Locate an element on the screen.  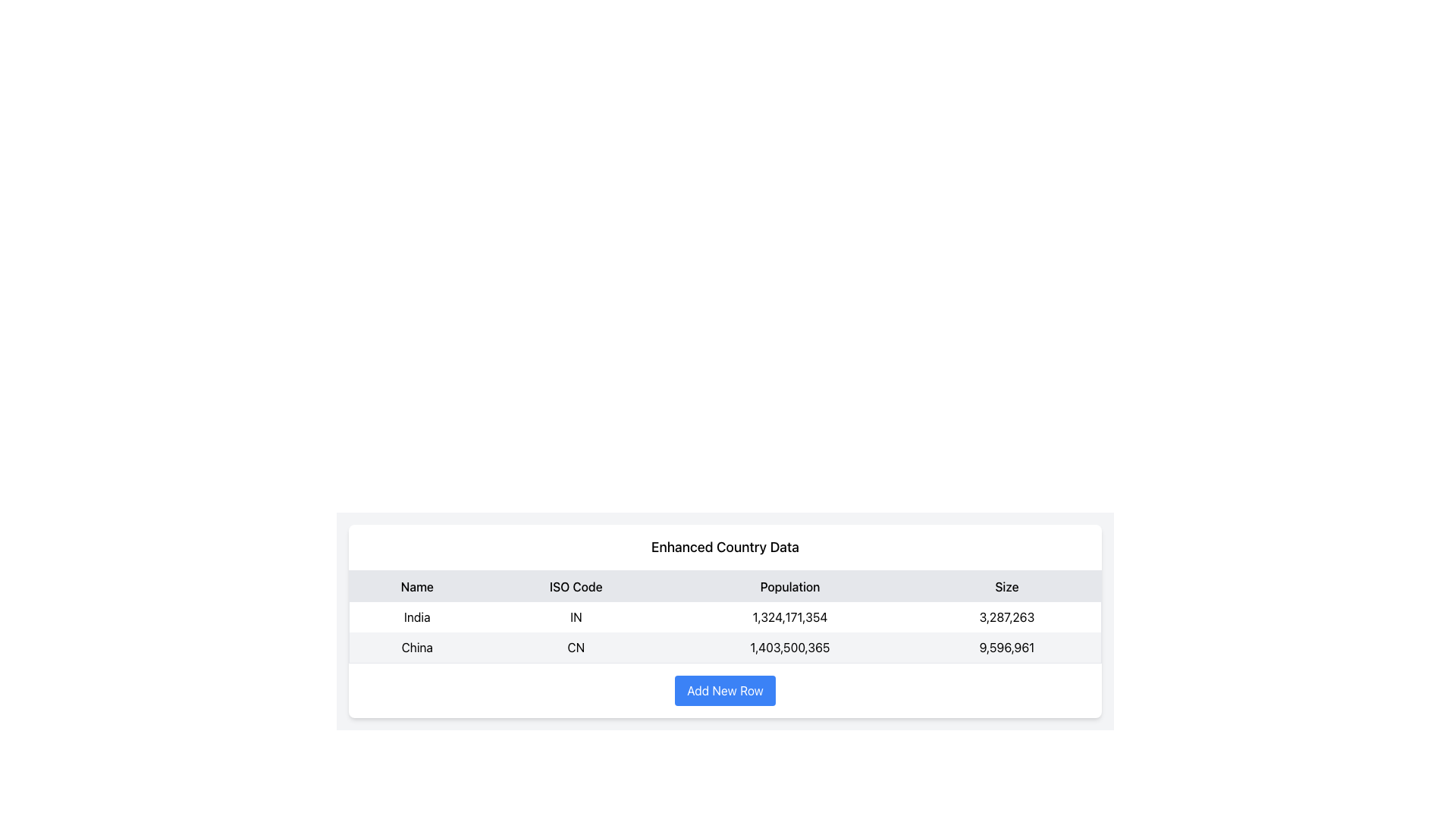
the informational text cell displaying numerical data in the second row and fourth column of the table to highlight it is located at coordinates (1007, 648).